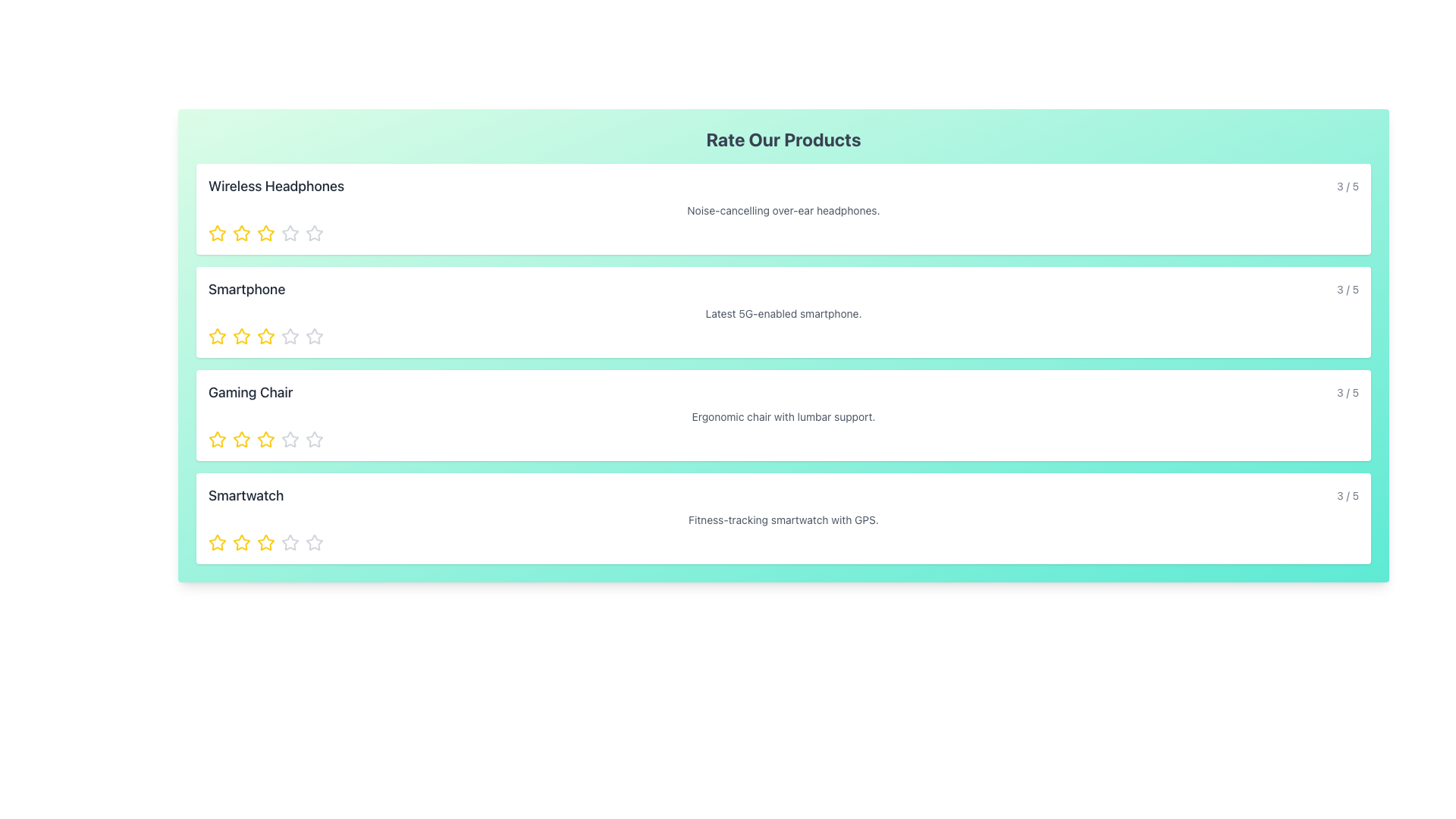 Image resolution: width=1456 pixels, height=819 pixels. Describe the element at coordinates (217, 234) in the screenshot. I see `the first yellow star icon to change the rating under the text 'Wireless Headphones'` at that location.